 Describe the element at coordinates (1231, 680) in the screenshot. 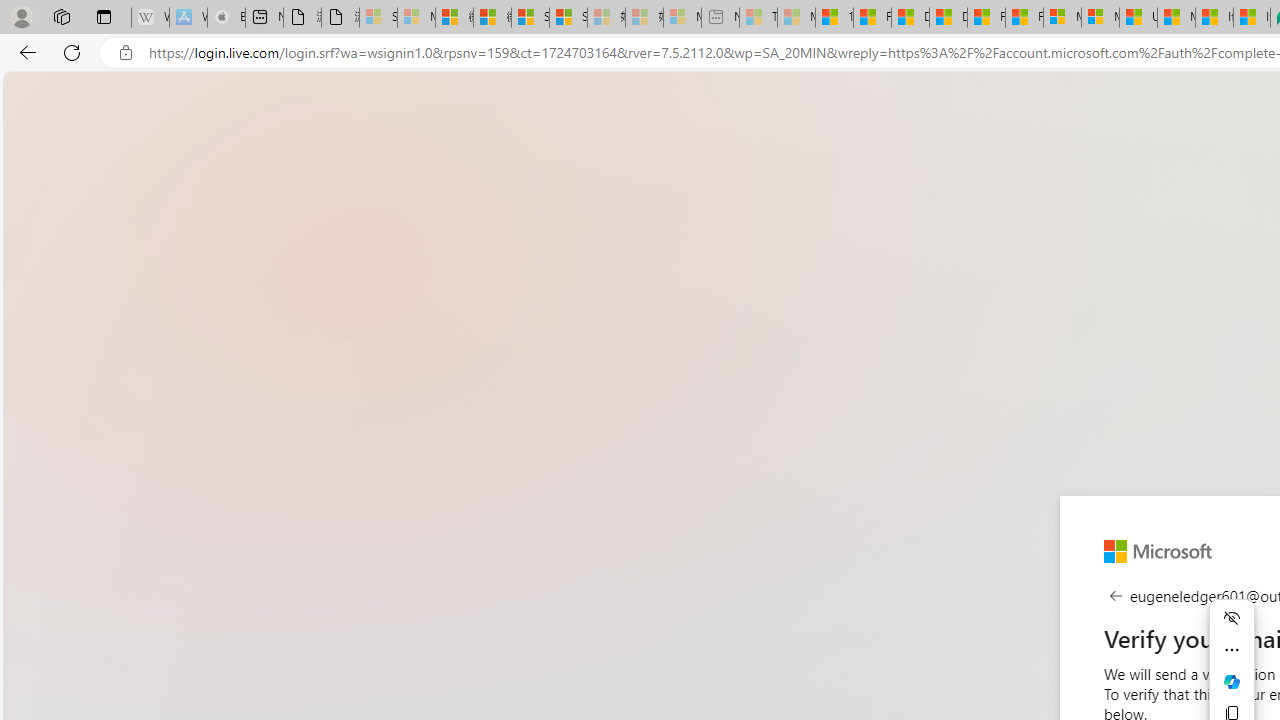

I see `'Ask Copilot'` at that location.